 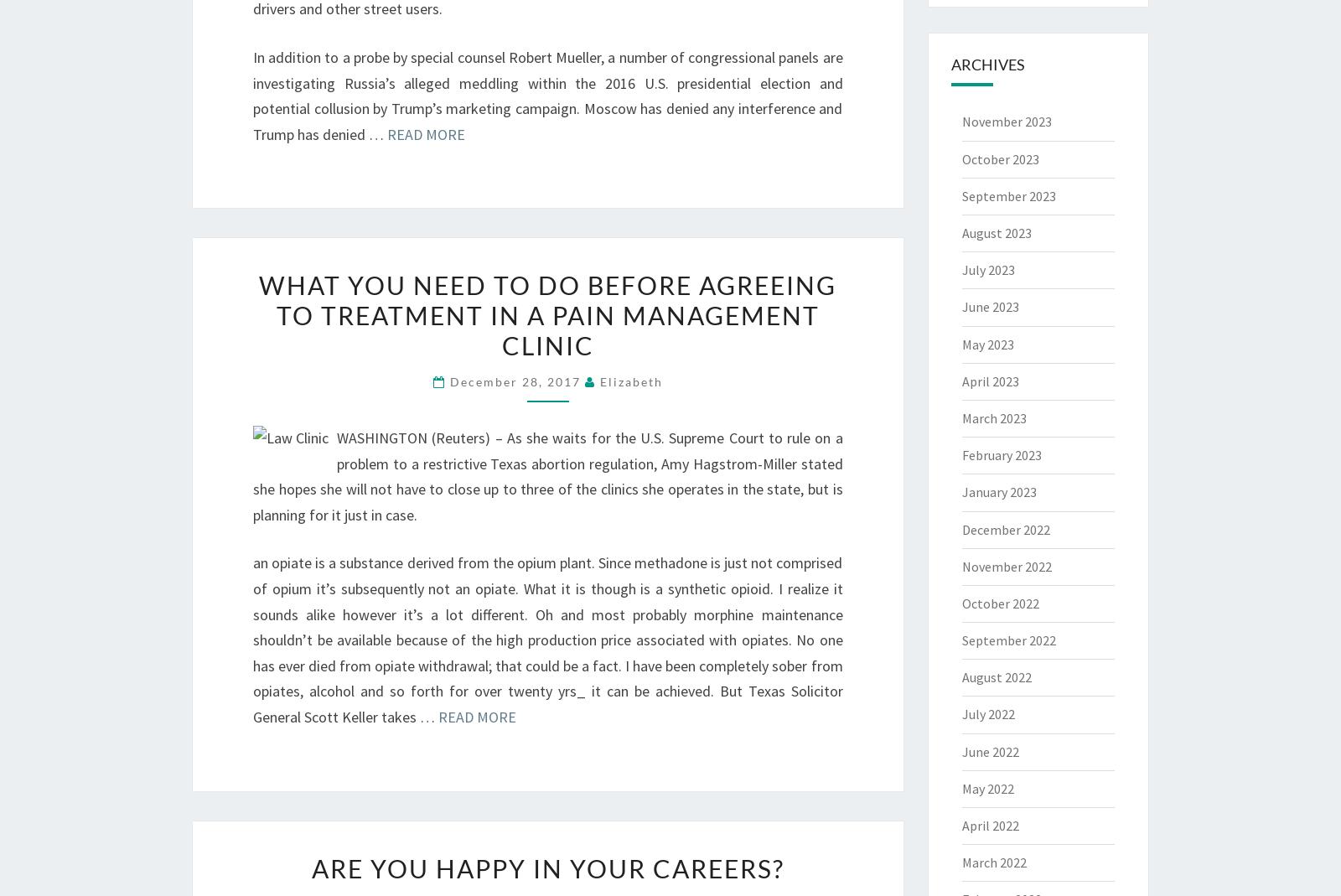 I want to click on 'February 2023', so click(x=1001, y=455).